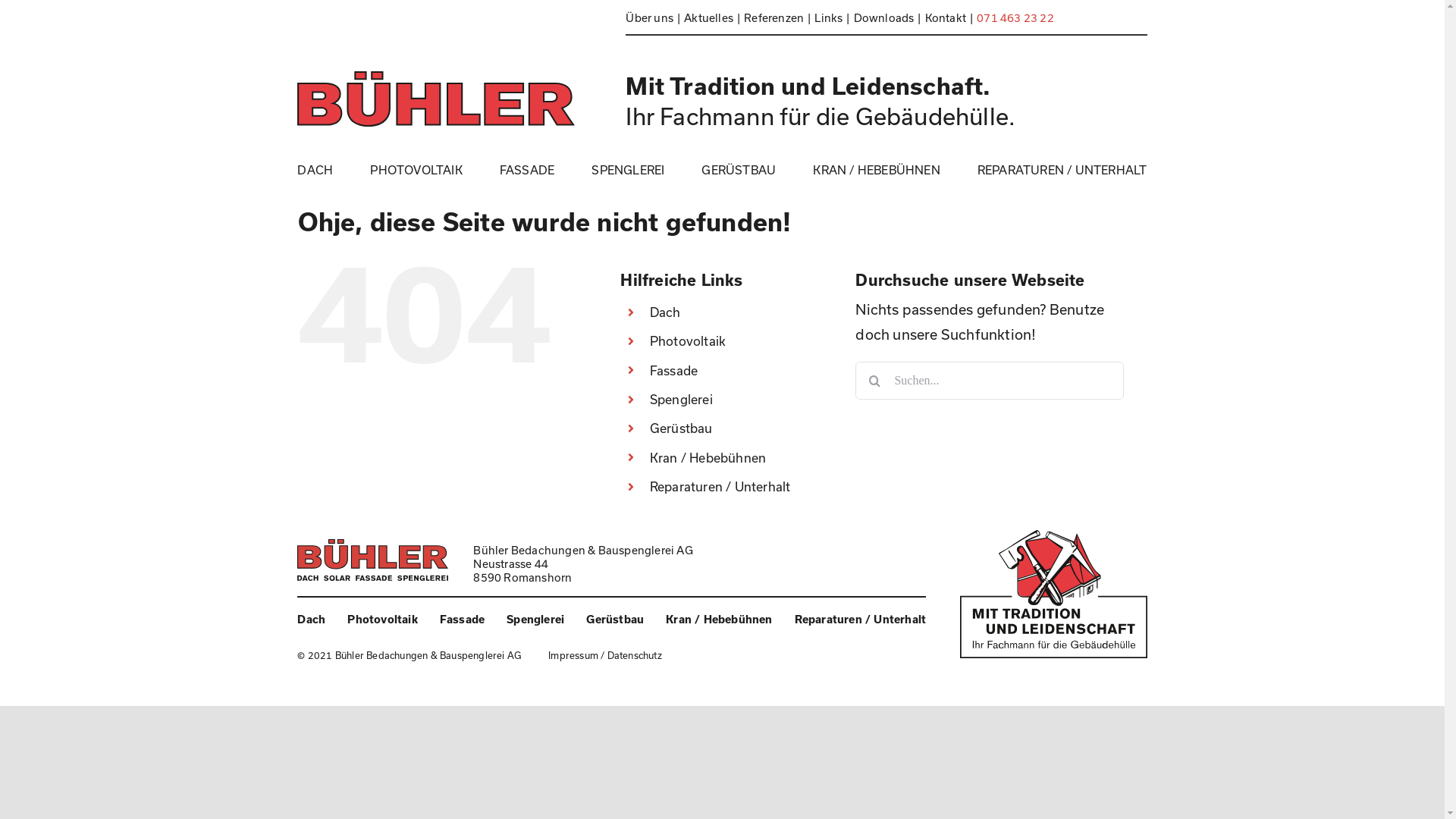 The height and width of the screenshot is (819, 1456). I want to click on 'Spenglerei', so click(506, 619).